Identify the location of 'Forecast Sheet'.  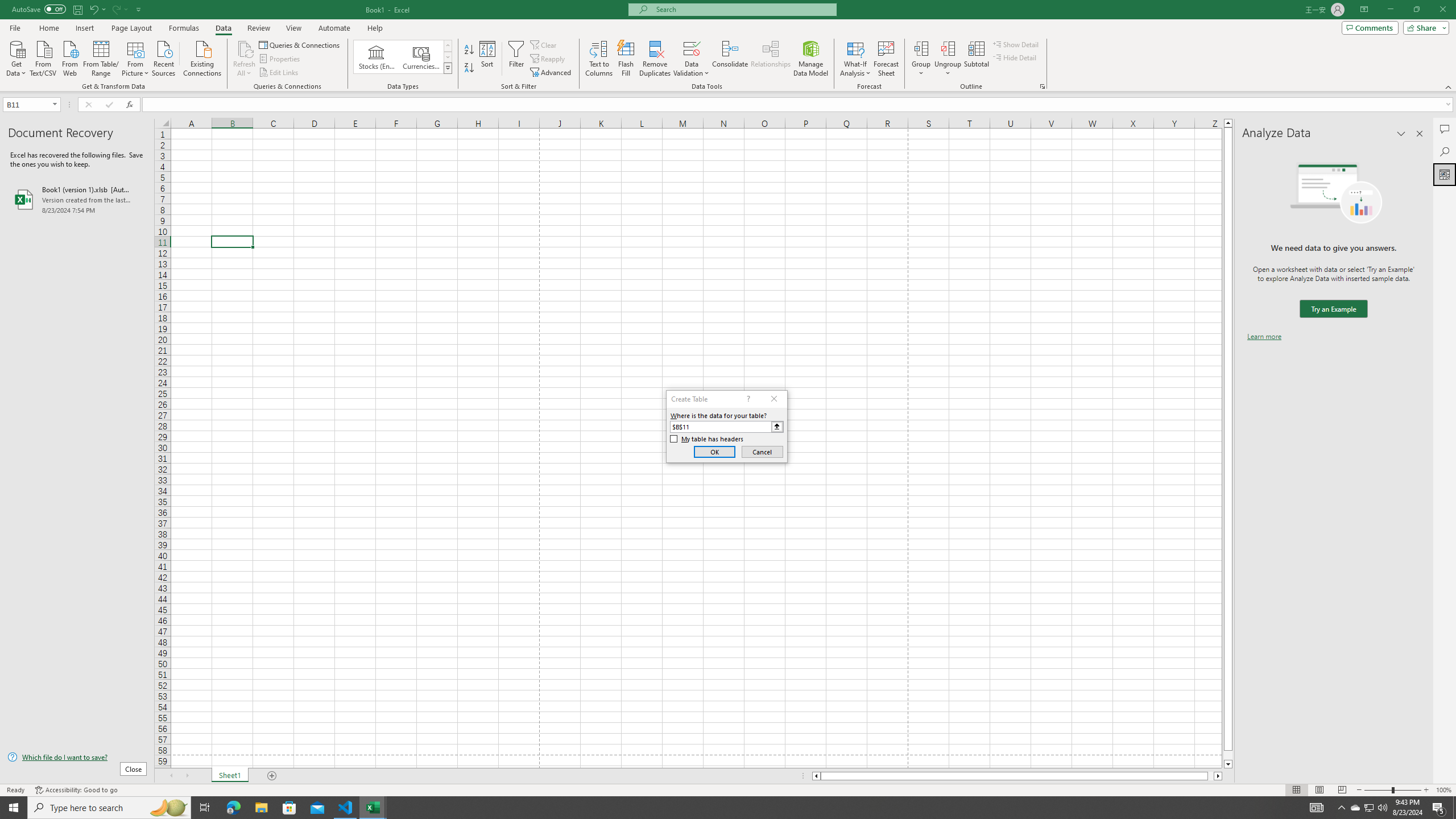
(886, 59).